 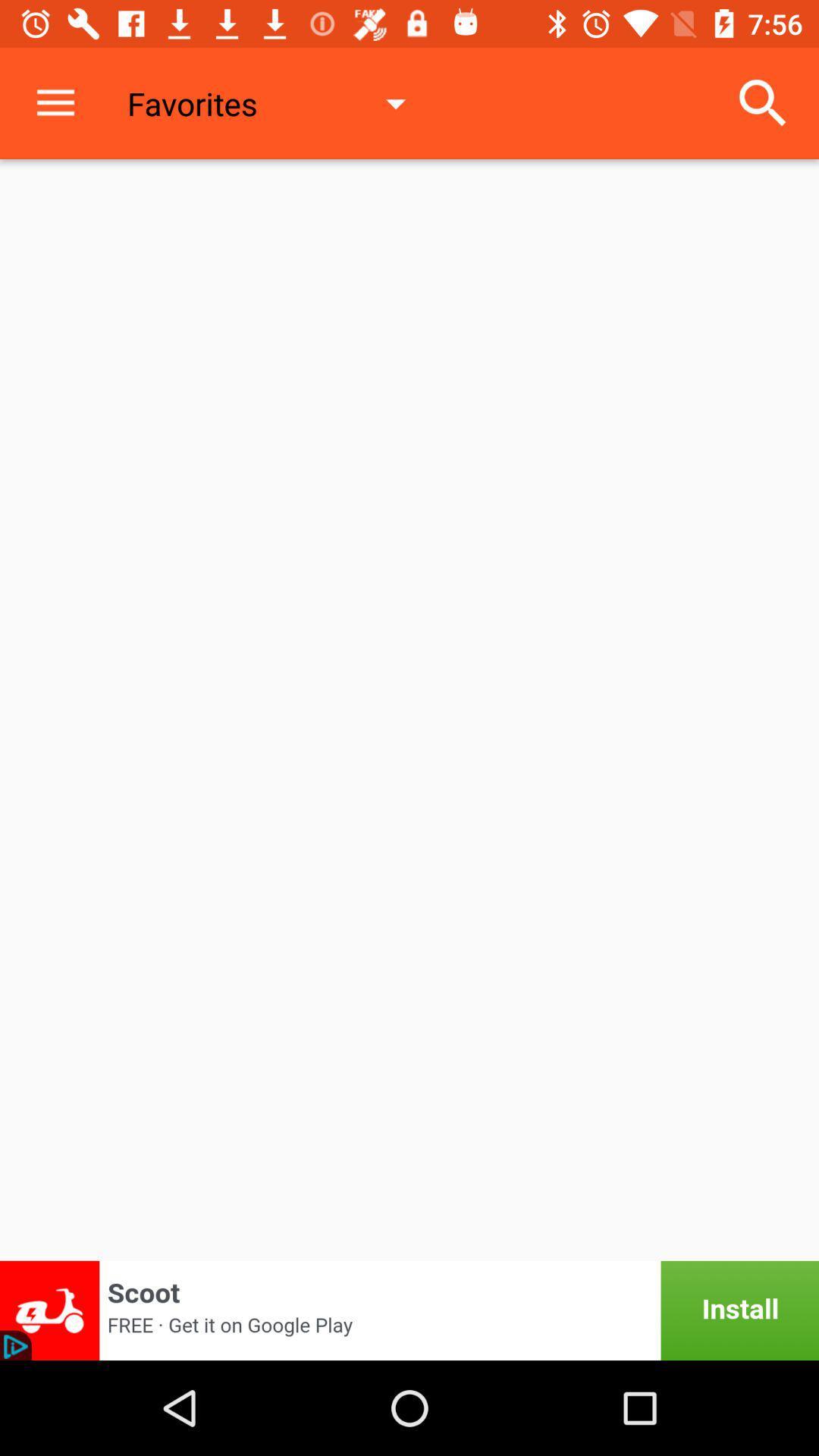 I want to click on click the advertisement, so click(x=409, y=1310).